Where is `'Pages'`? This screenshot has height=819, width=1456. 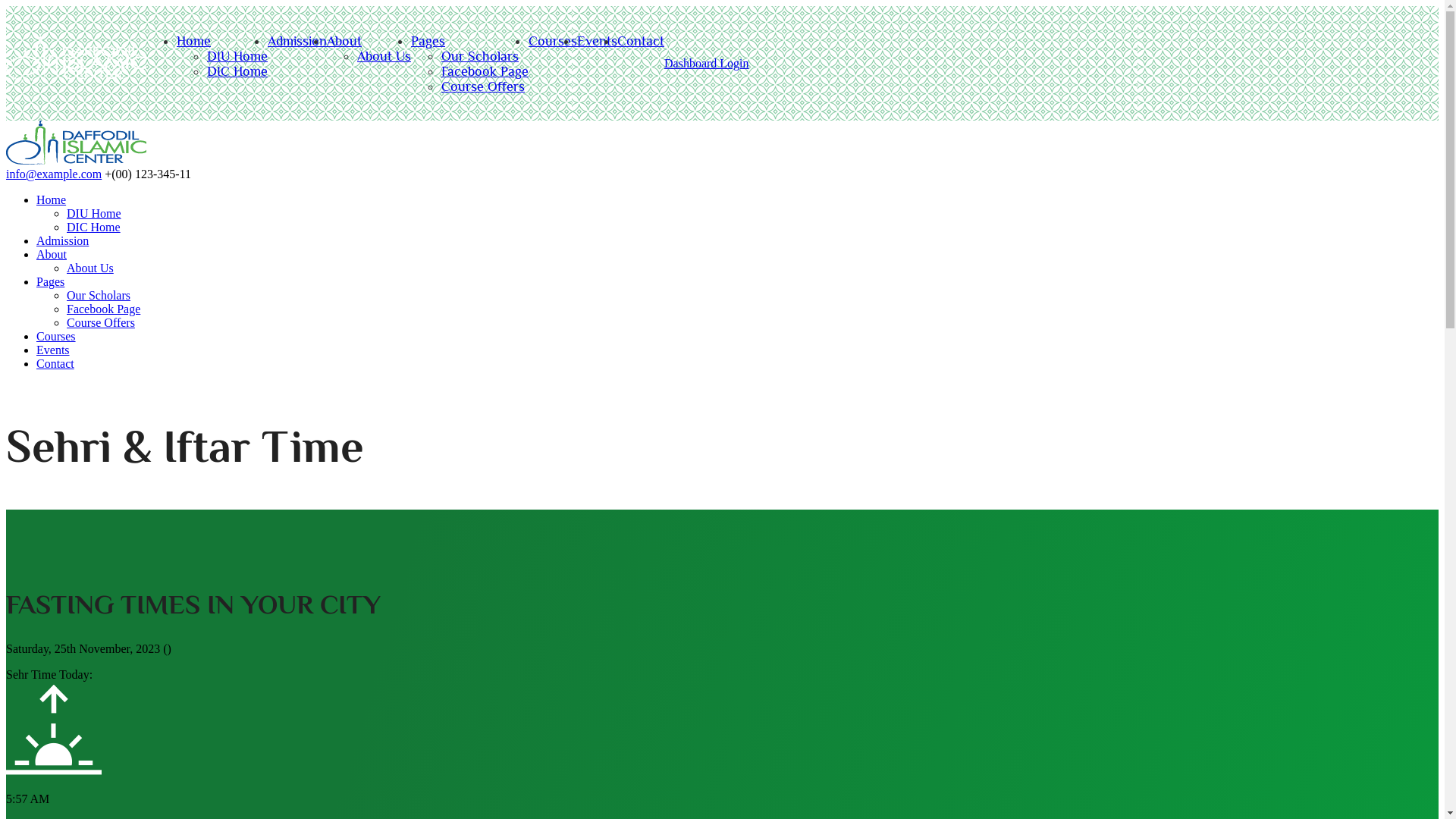 'Pages' is located at coordinates (427, 40).